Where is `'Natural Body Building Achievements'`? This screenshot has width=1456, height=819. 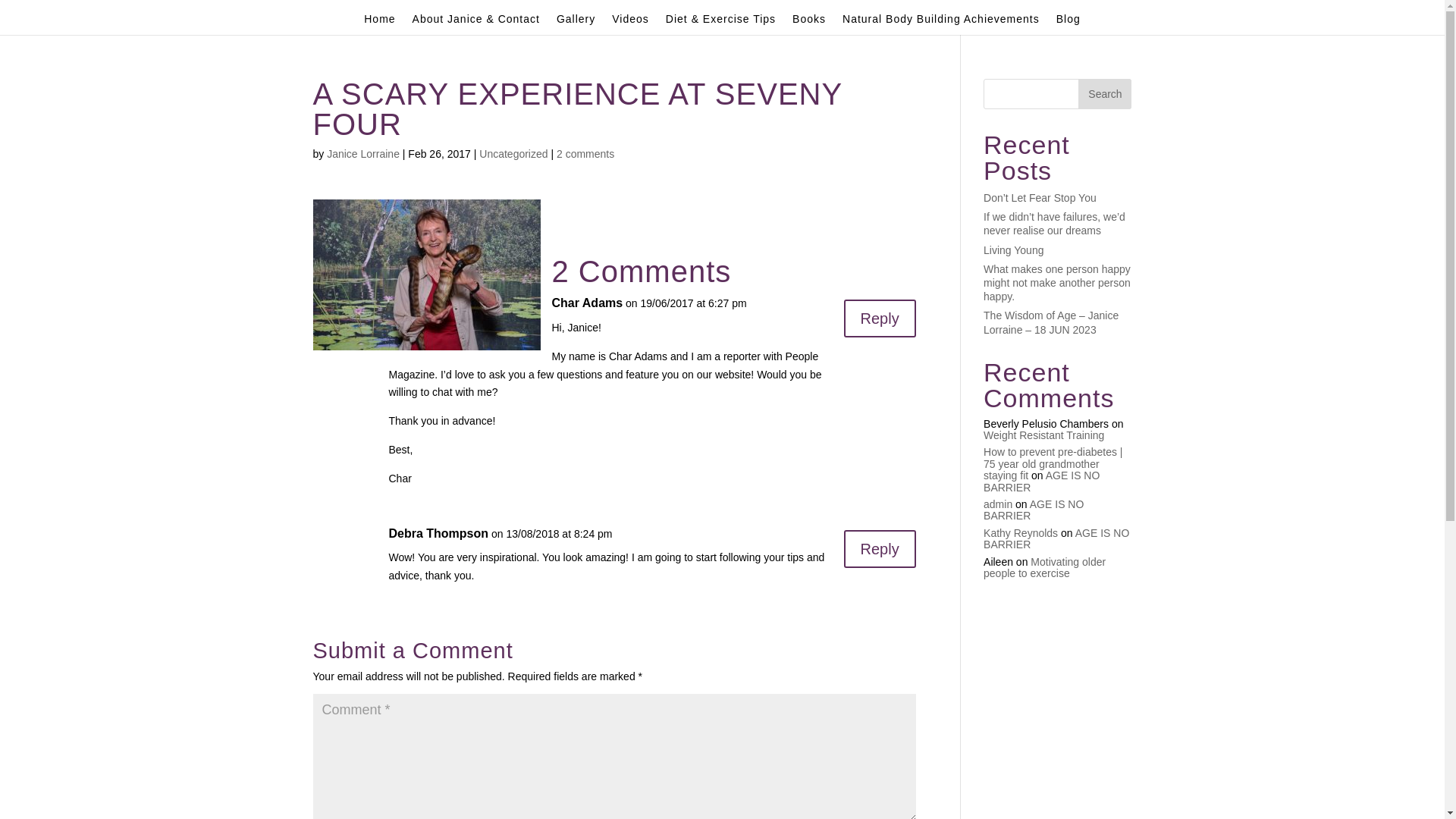 'Natural Body Building Achievements' is located at coordinates (940, 24).